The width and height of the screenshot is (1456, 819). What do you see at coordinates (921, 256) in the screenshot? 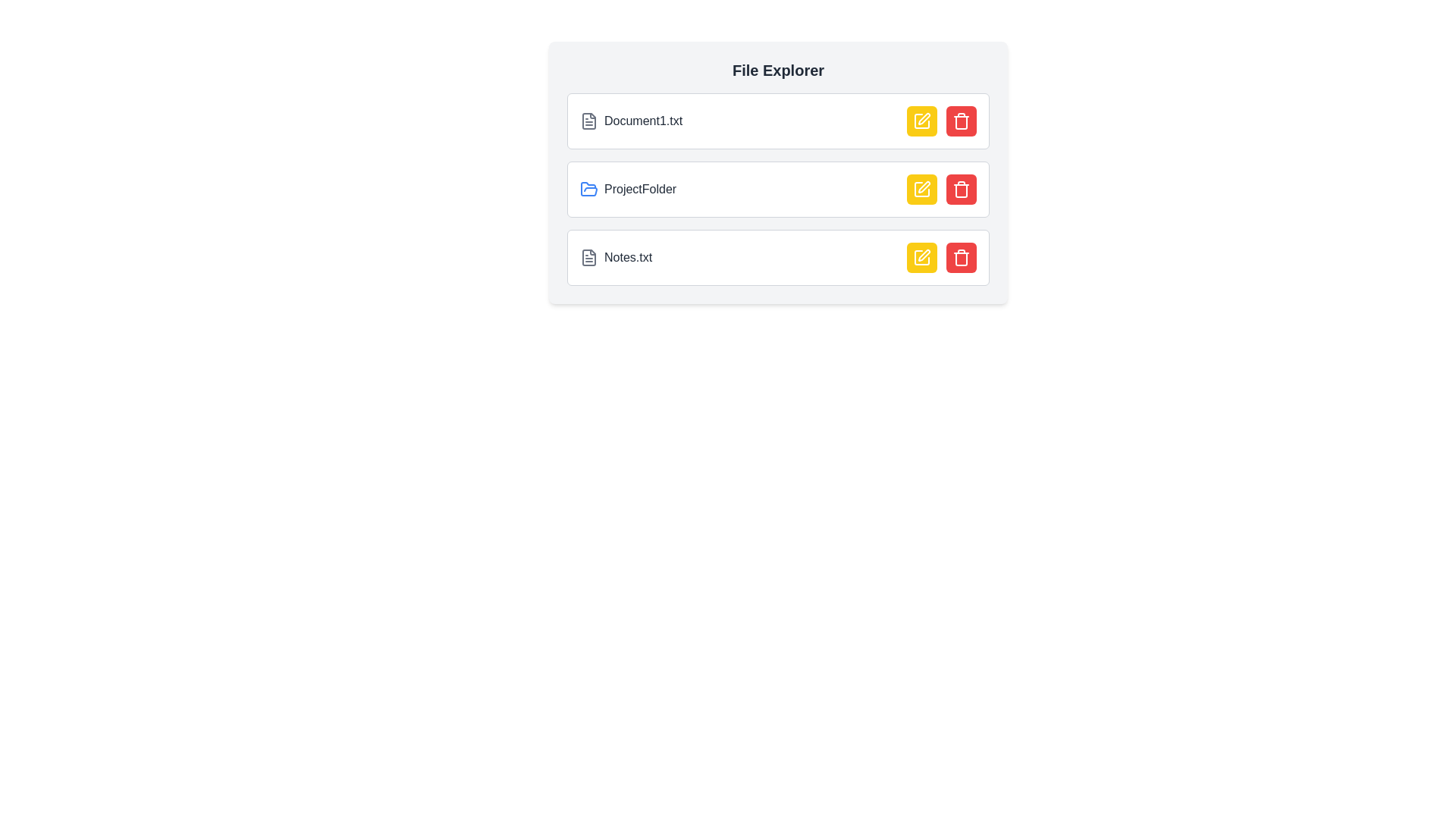
I see `the yellow icon resembling a pen located within the yellow button to the right of the 'Notes.txt' label` at bounding box center [921, 256].